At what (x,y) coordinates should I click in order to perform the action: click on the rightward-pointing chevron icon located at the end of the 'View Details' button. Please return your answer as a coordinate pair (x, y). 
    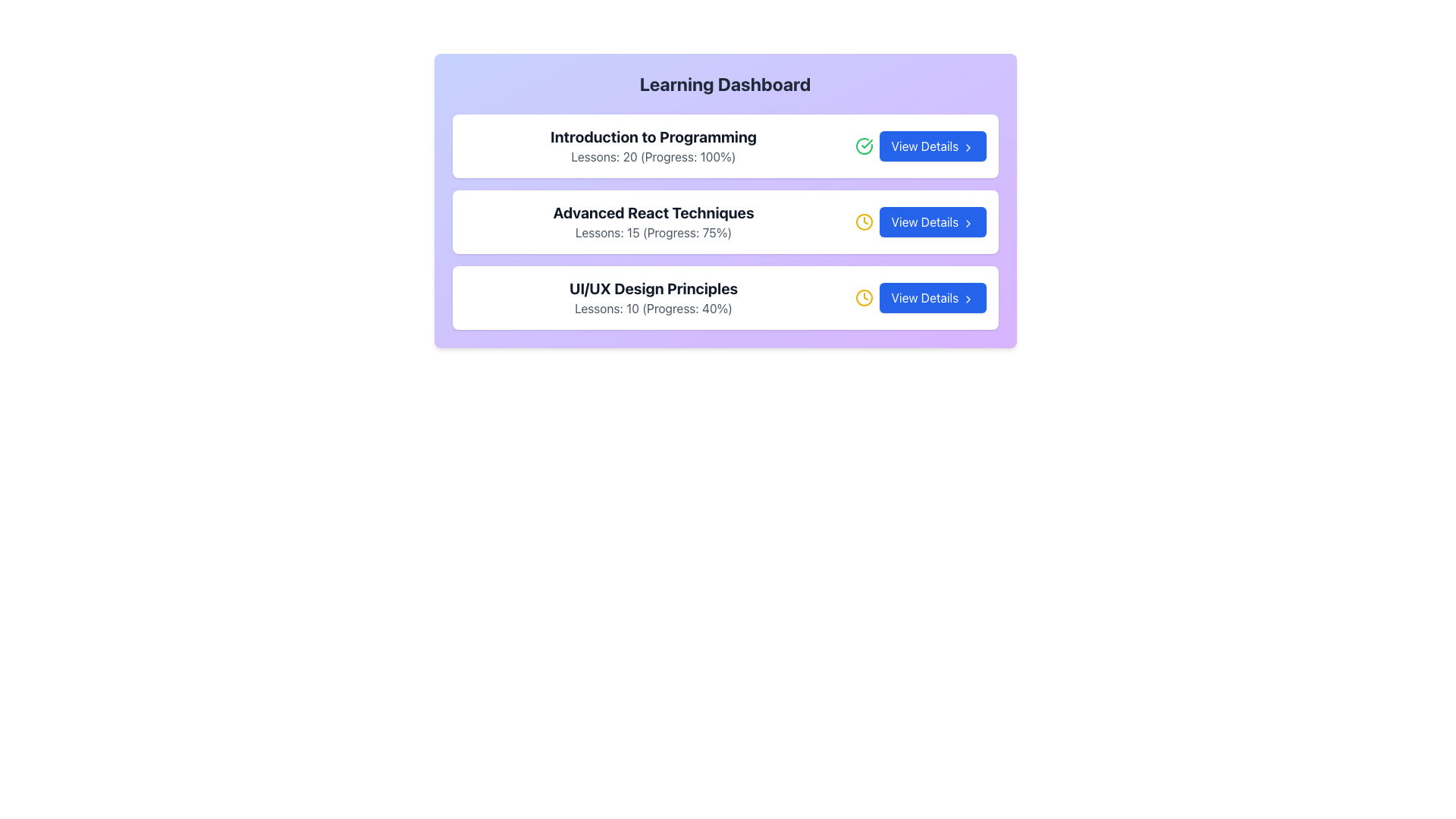
    Looking at the image, I should click on (967, 223).